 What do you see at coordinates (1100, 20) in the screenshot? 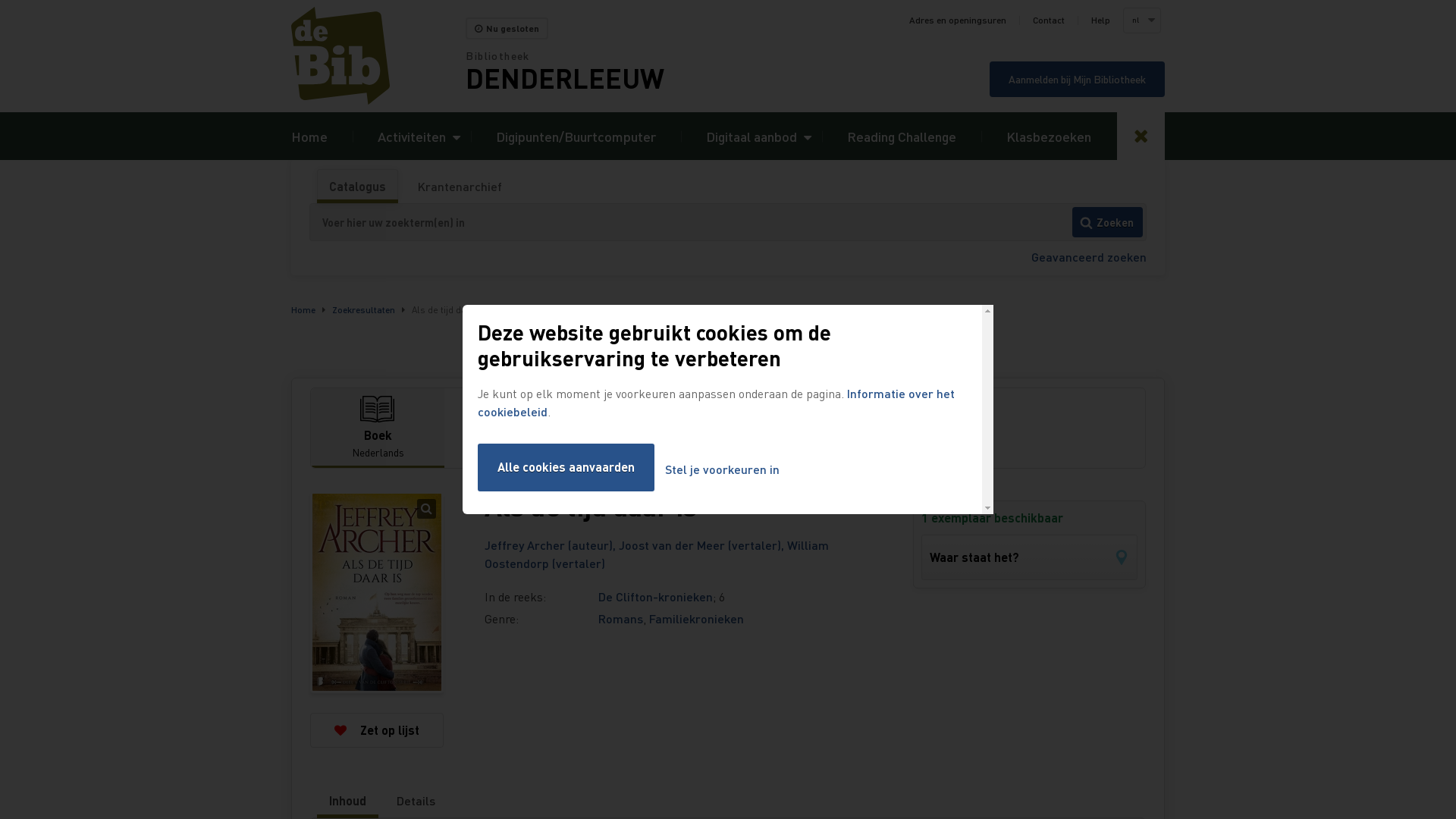
I see `'Help'` at bounding box center [1100, 20].